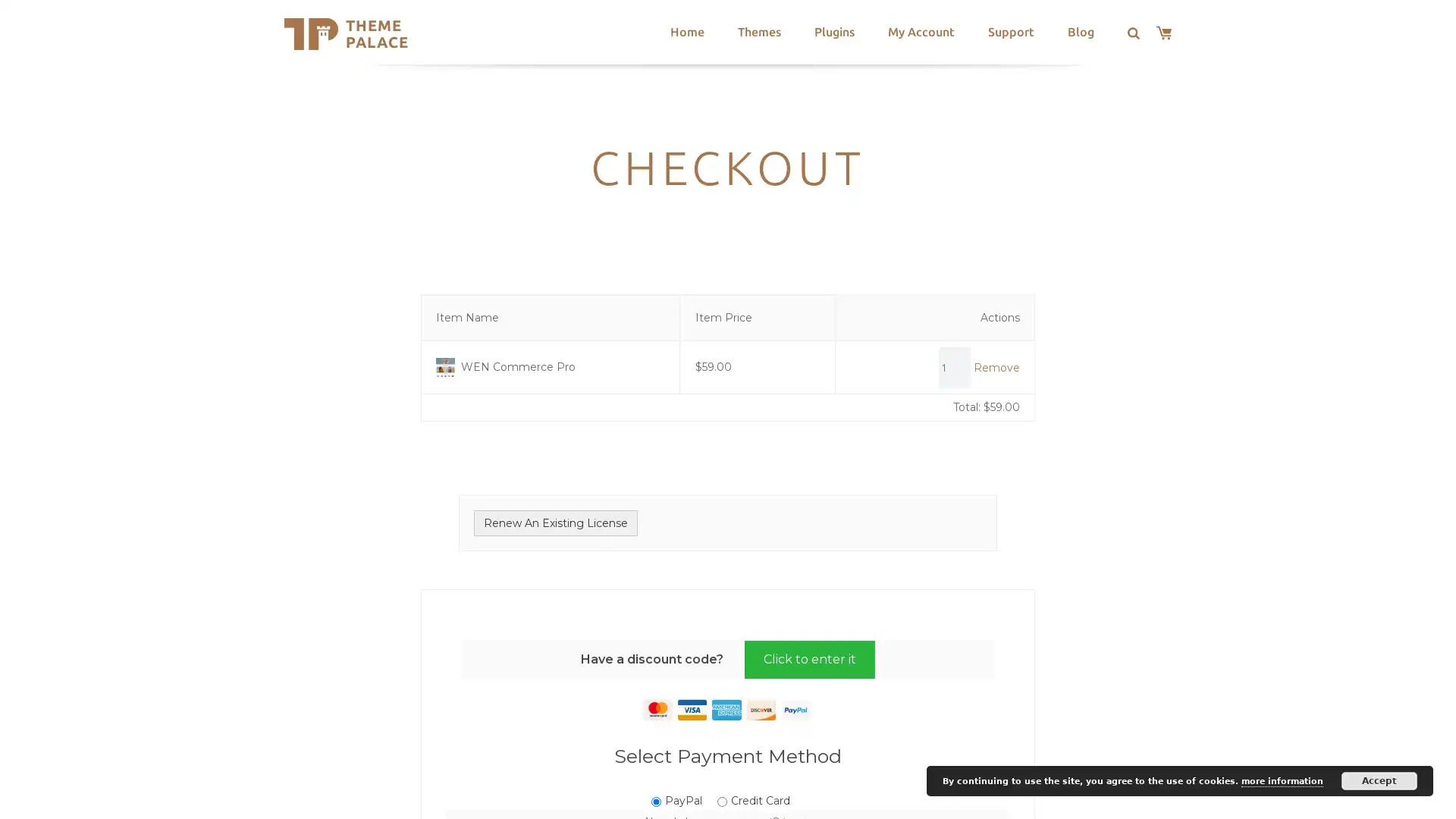  I want to click on Accept, so click(1379, 780).